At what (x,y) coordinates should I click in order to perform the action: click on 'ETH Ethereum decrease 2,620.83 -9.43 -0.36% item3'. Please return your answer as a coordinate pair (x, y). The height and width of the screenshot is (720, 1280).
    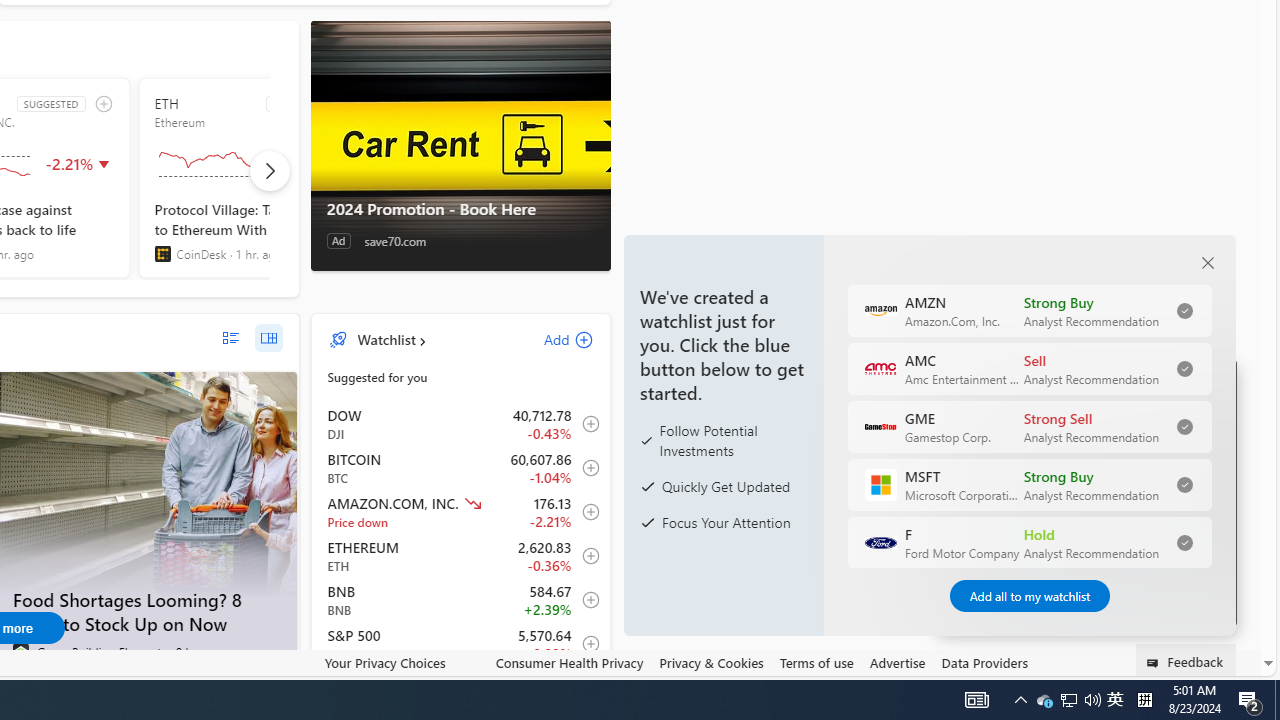
    Looking at the image, I should click on (460, 556).